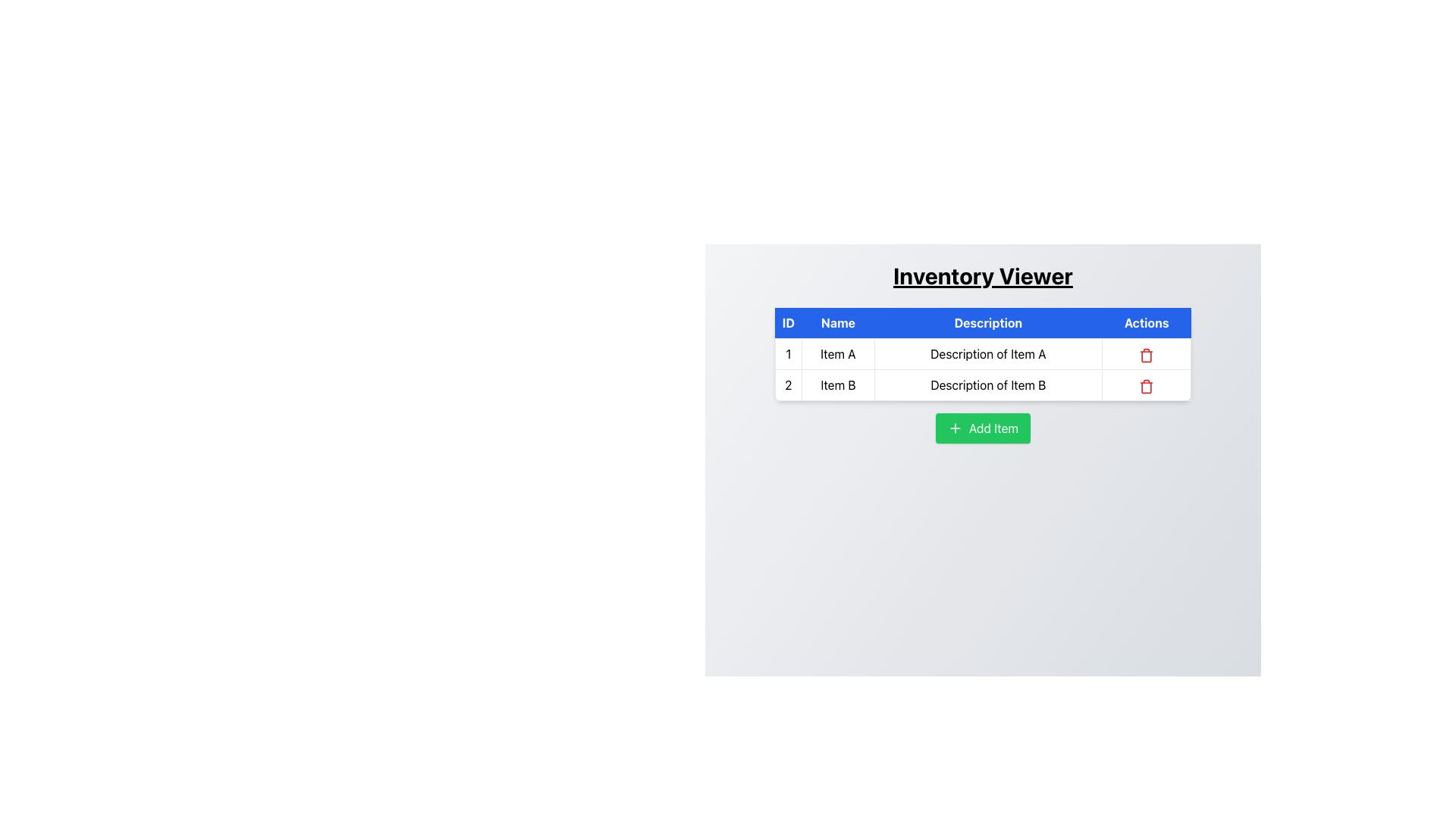 This screenshot has width=1456, height=819. Describe the element at coordinates (1147, 385) in the screenshot. I see `the delete icon button in the Actions column of the second row` at that location.